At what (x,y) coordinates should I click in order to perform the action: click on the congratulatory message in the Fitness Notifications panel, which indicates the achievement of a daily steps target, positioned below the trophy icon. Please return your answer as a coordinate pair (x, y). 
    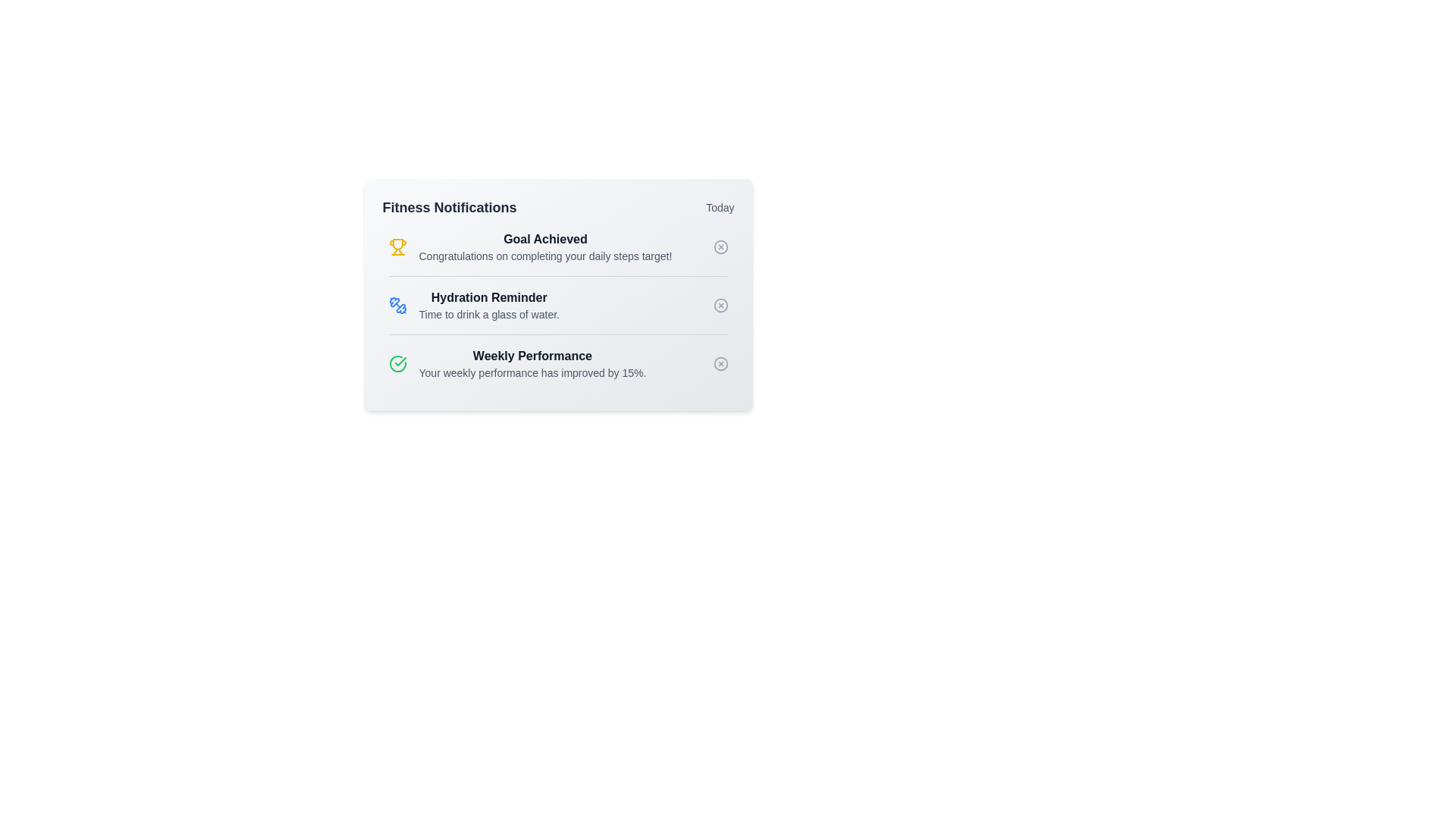
    Looking at the image, I should click on (545, 246).